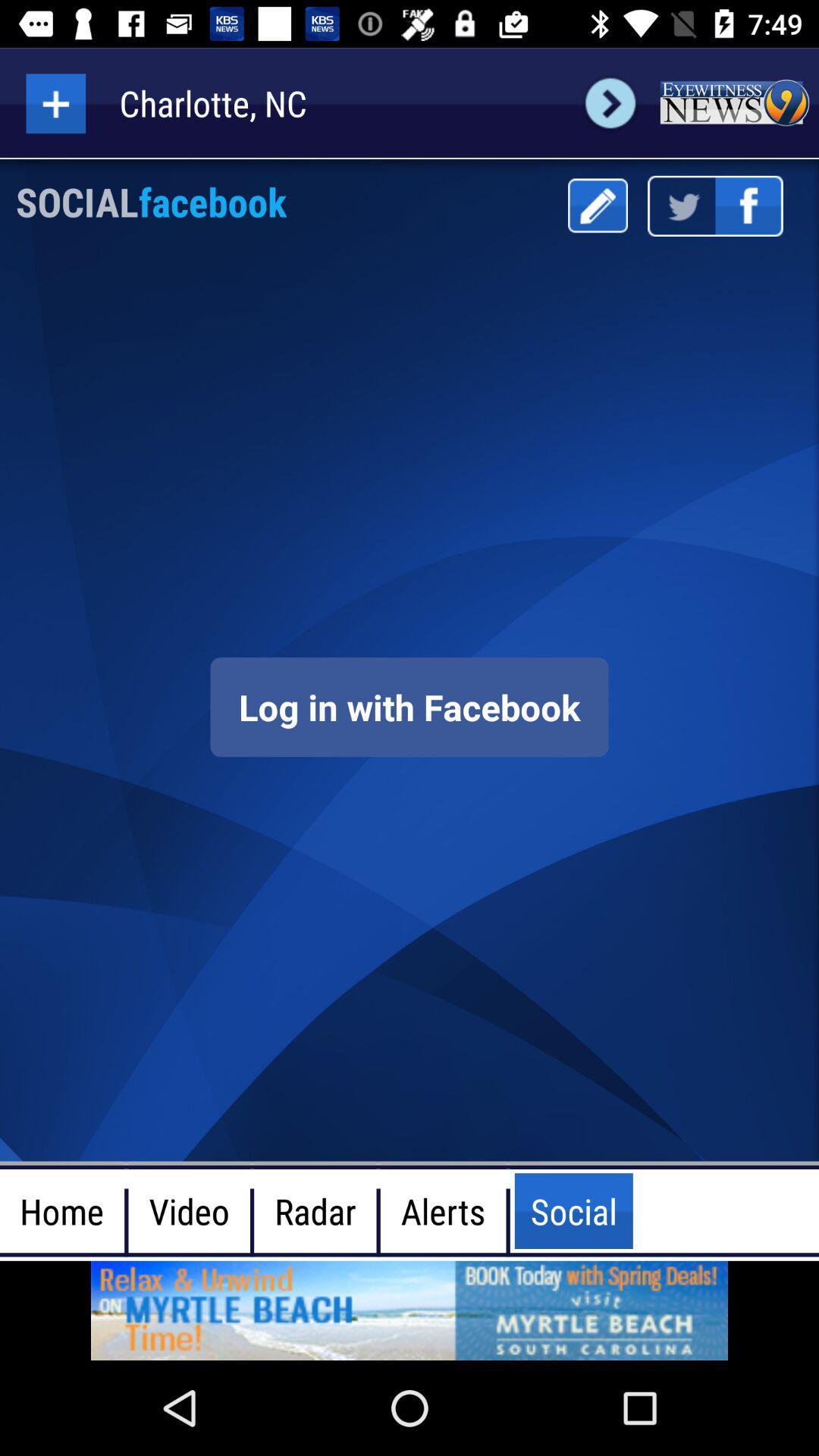 This screenshot has width=819, height=1456. I want to click on location, so click(55, 102).